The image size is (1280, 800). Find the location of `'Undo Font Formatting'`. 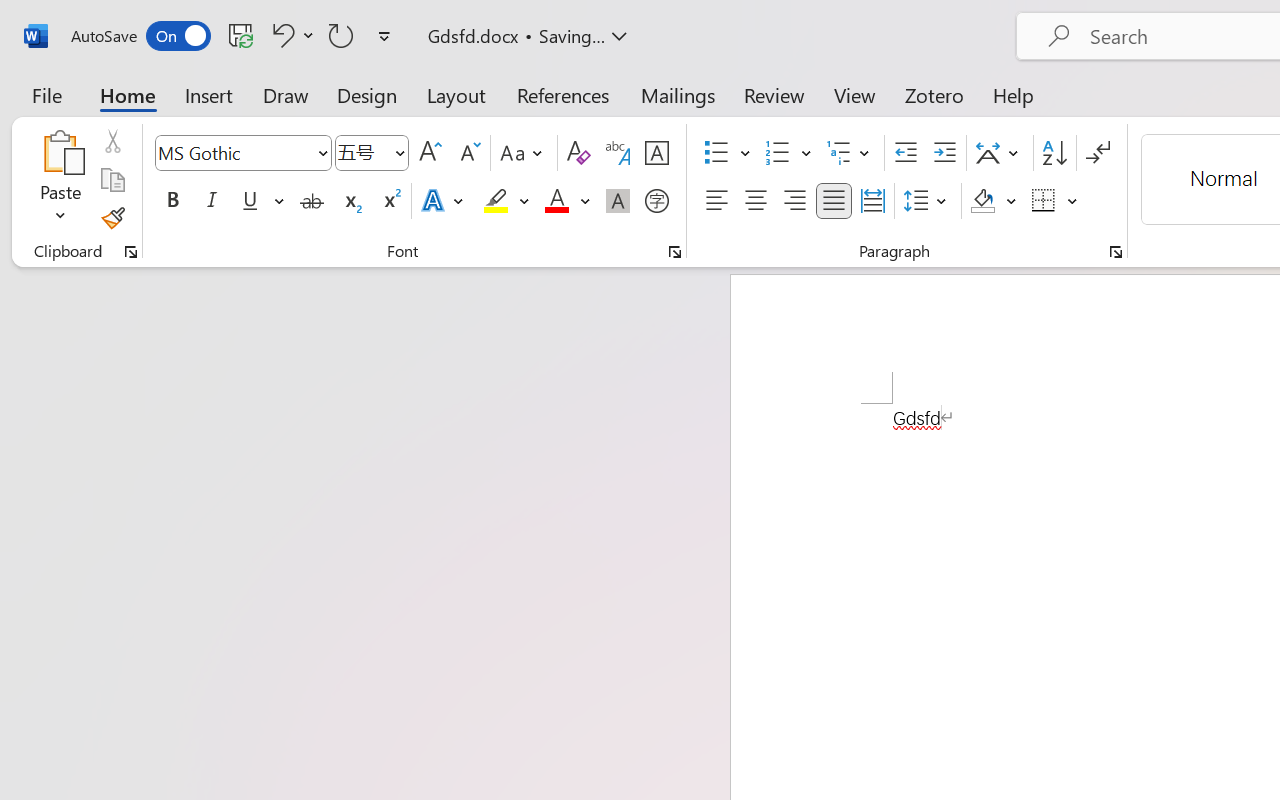

'Undo Font Formatting' is located at coordinates (279, 34).